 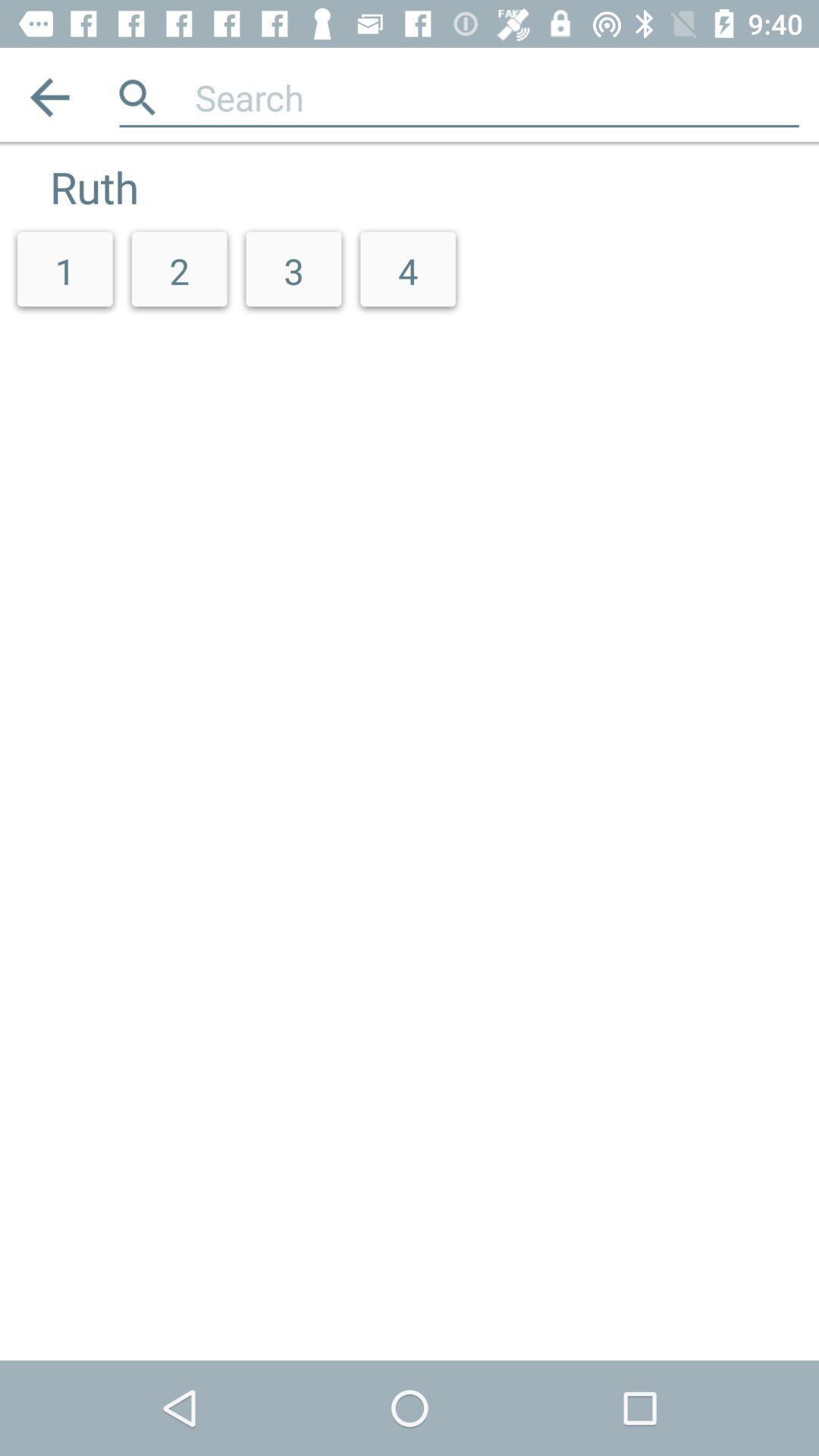 I want to click on app above the 2 icon, so click(x=497, y=96).